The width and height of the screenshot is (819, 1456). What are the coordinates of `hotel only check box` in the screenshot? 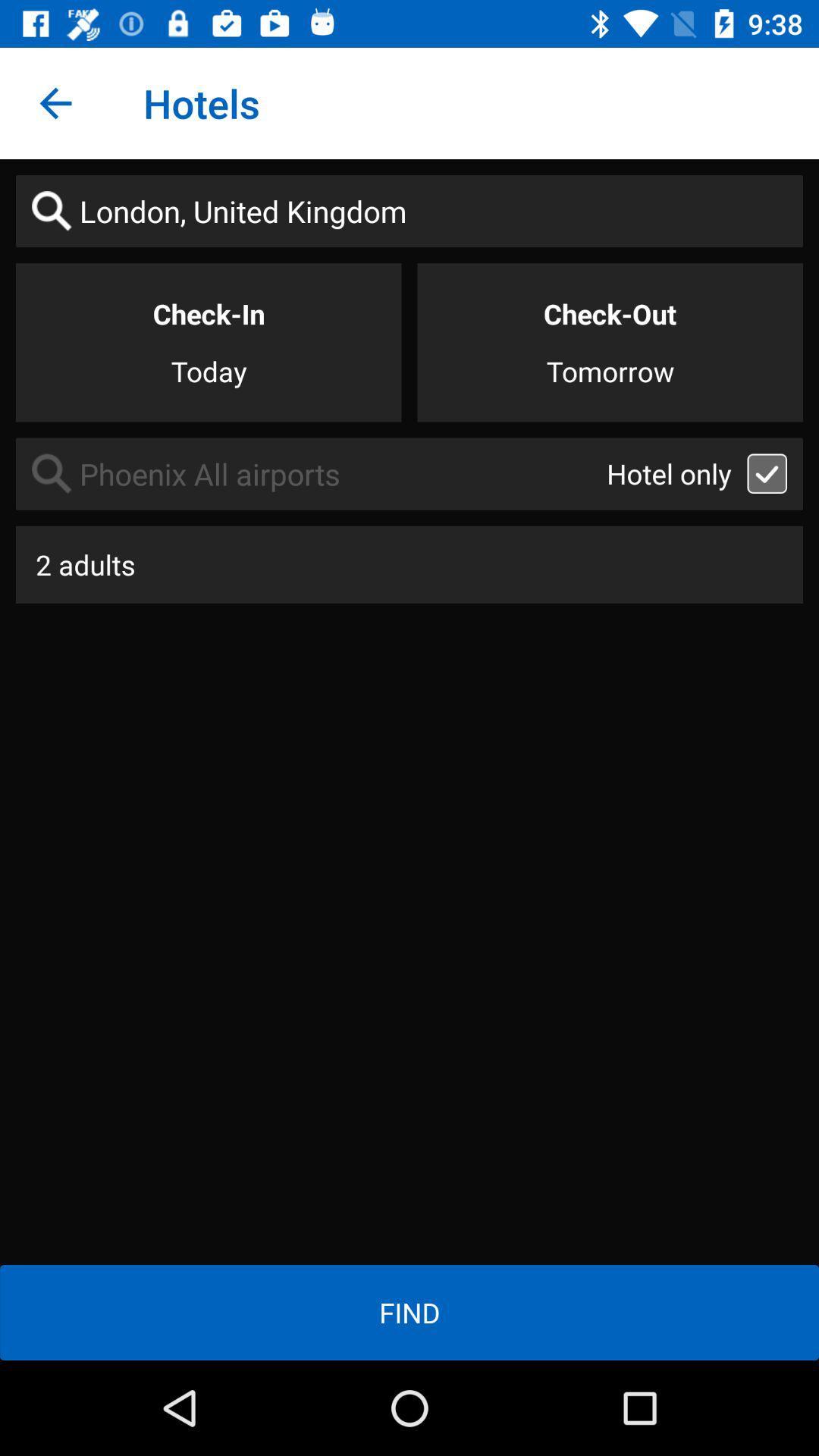 It's located at (767, 472).